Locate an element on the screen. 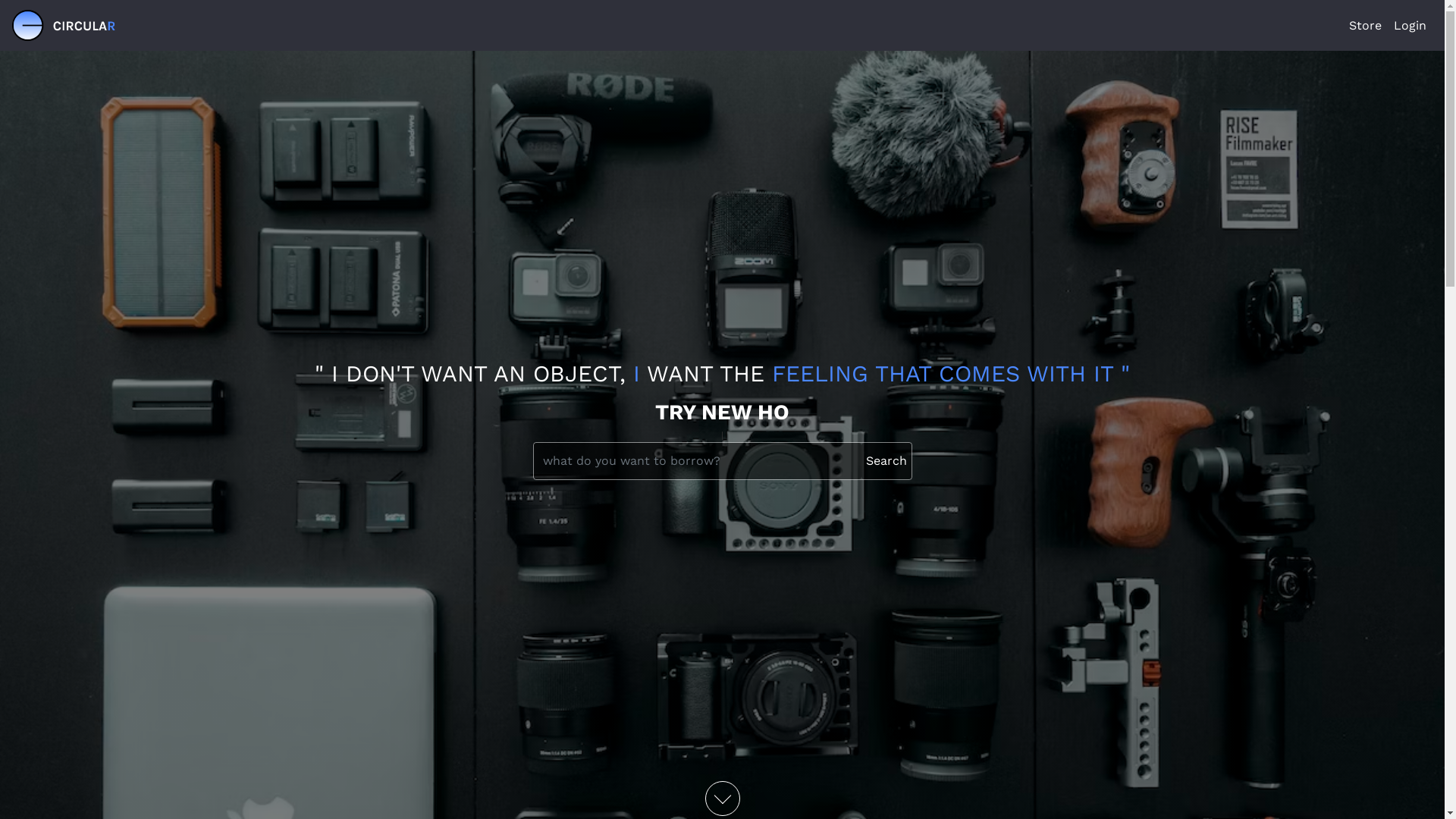 The width and height of the screenshot is (1456, 819). 'Login' is located at coordinates (1409, 26).